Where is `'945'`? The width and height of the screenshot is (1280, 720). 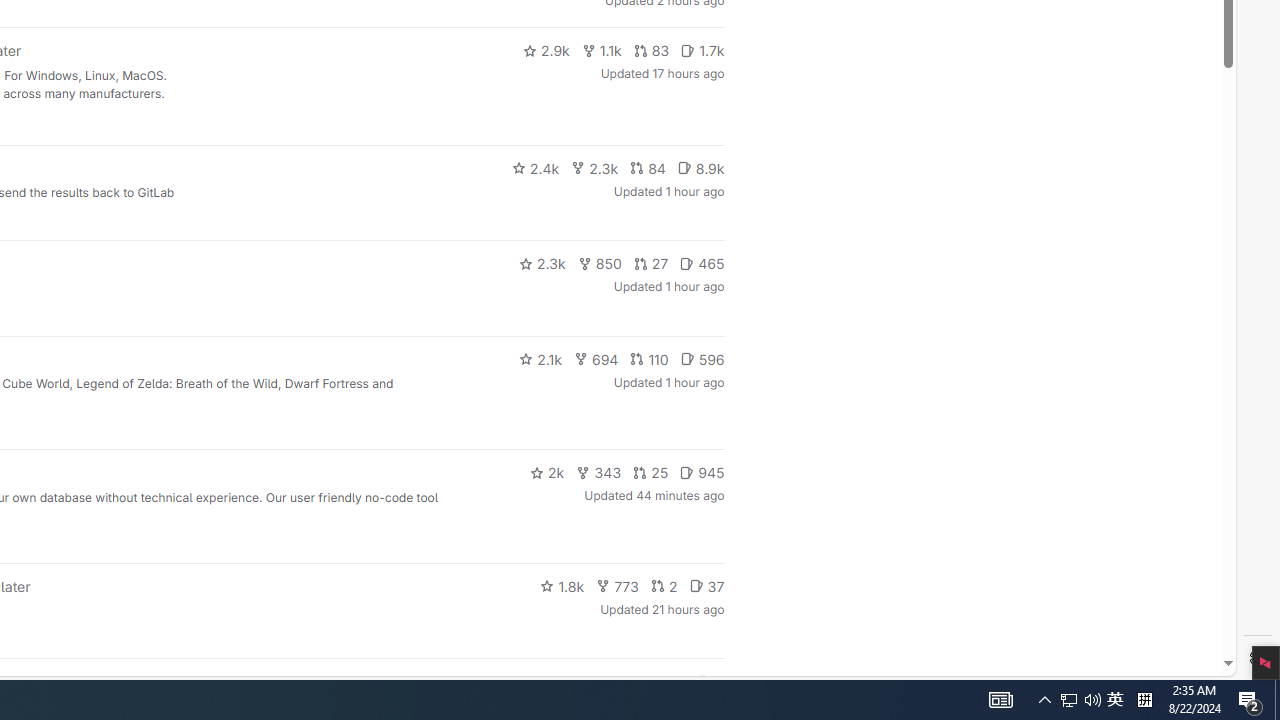 '945' is located at coordinates (702, 473).